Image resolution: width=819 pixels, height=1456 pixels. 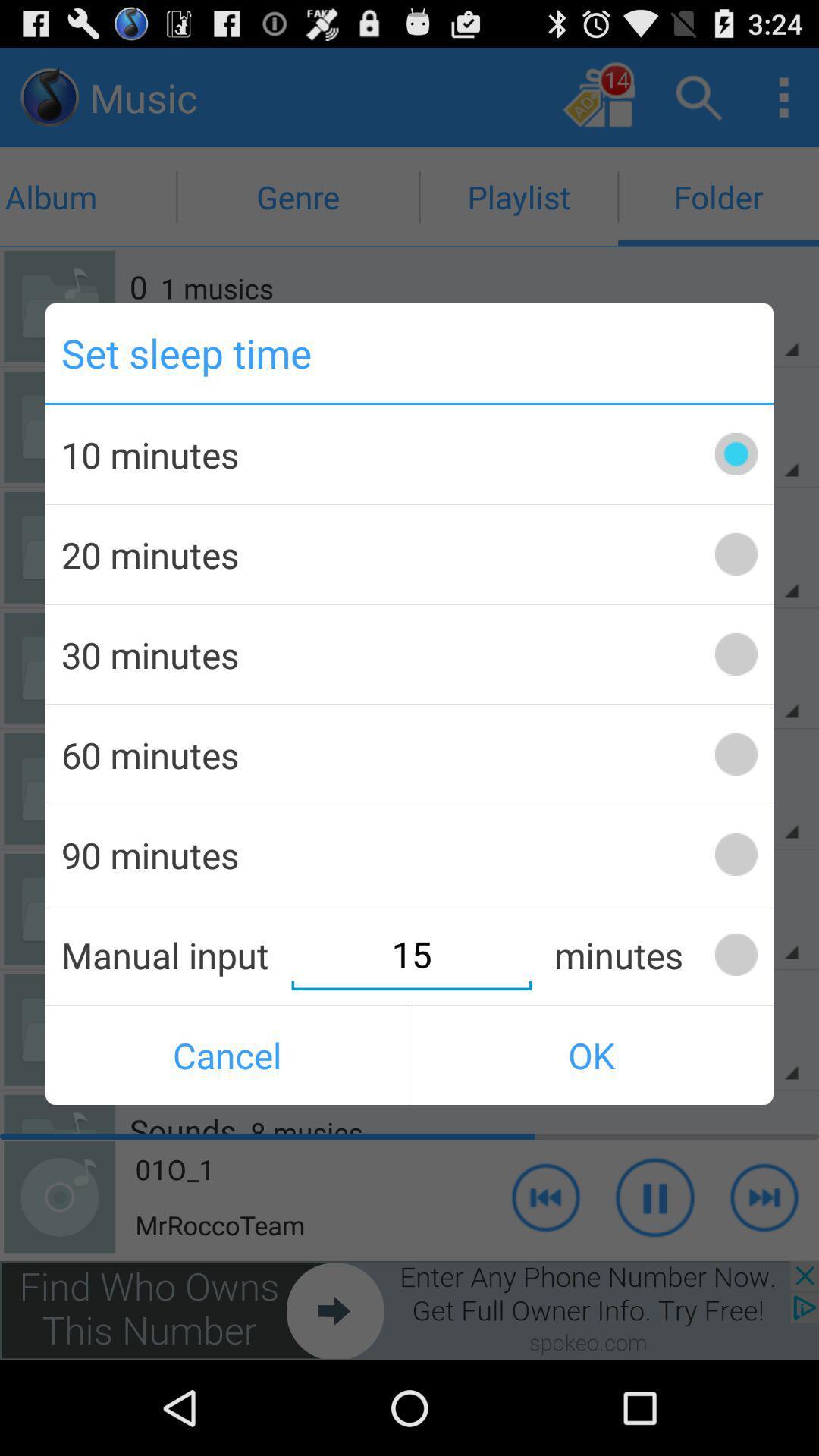 What do you see at coordinates (735, 954) in the screenshot?
I see `manual minutes button on` at bounding box center [735, 954].